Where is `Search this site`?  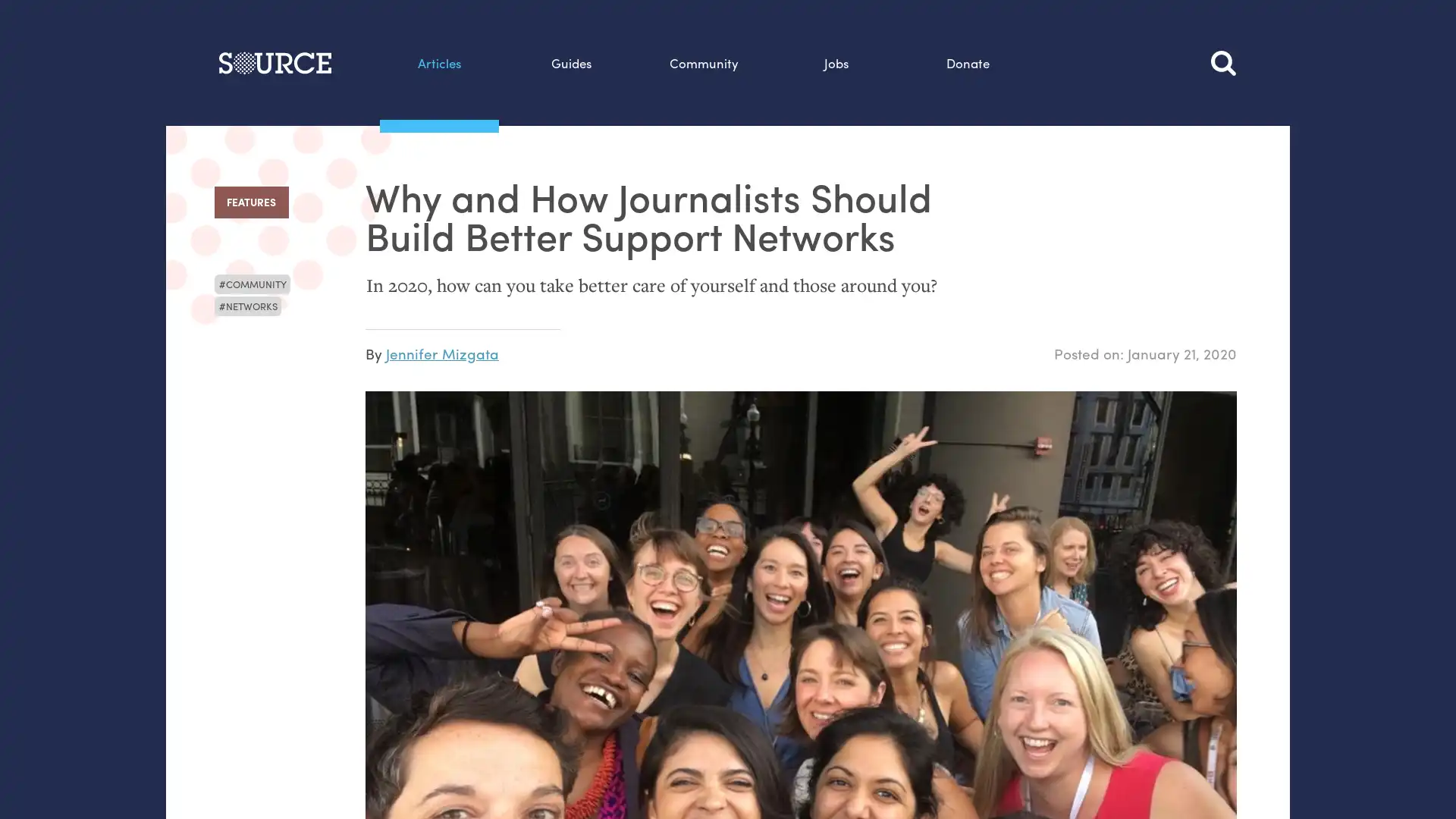 Search this site is located at coordinates (165, 125).